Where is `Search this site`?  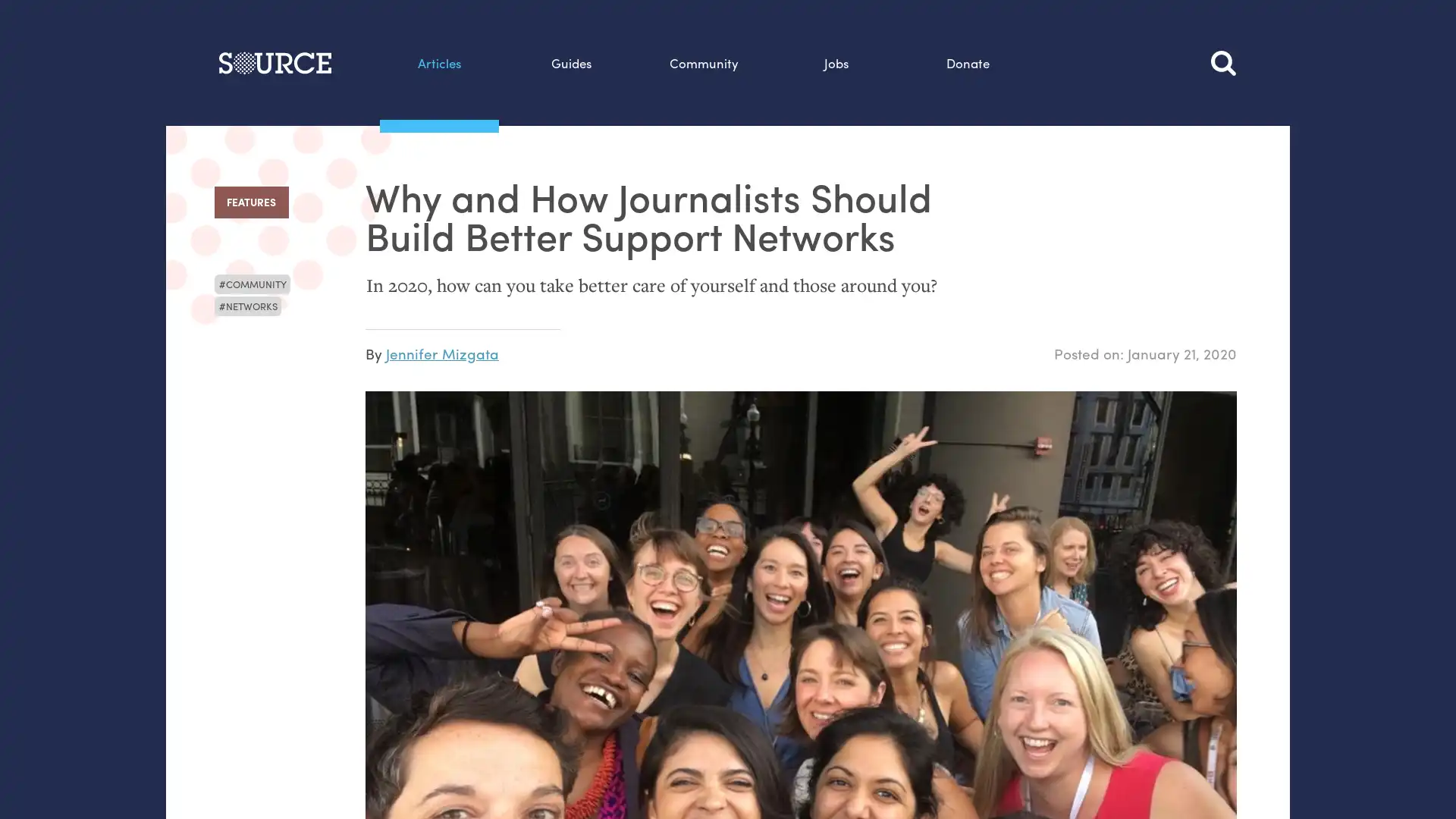 Search this site is located at coordinates (165, 125).